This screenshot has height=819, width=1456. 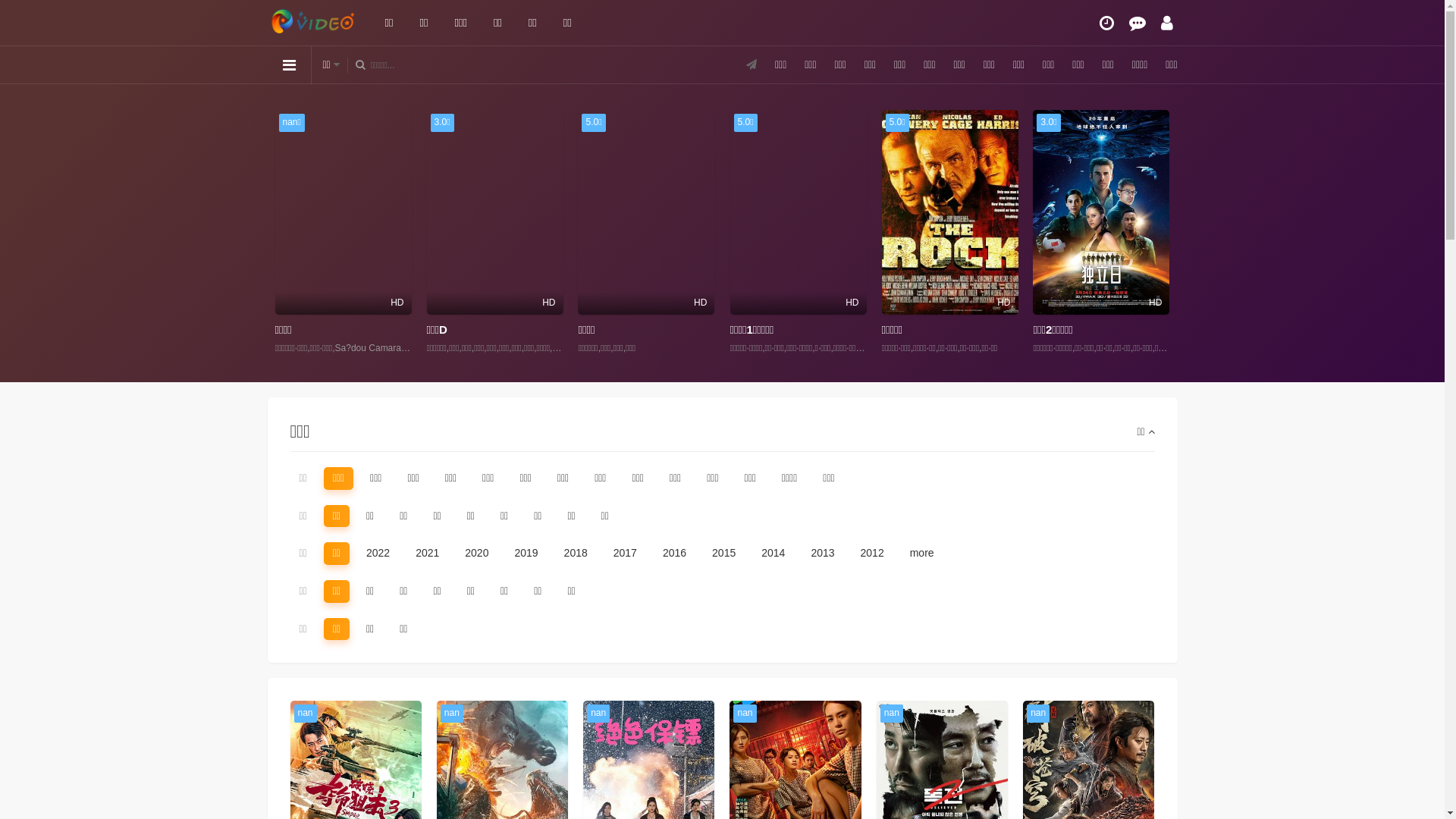 What do you see at coordinates (773, 553) in the screenshot?
I see `'2014'` at bounding box center [773, 553].